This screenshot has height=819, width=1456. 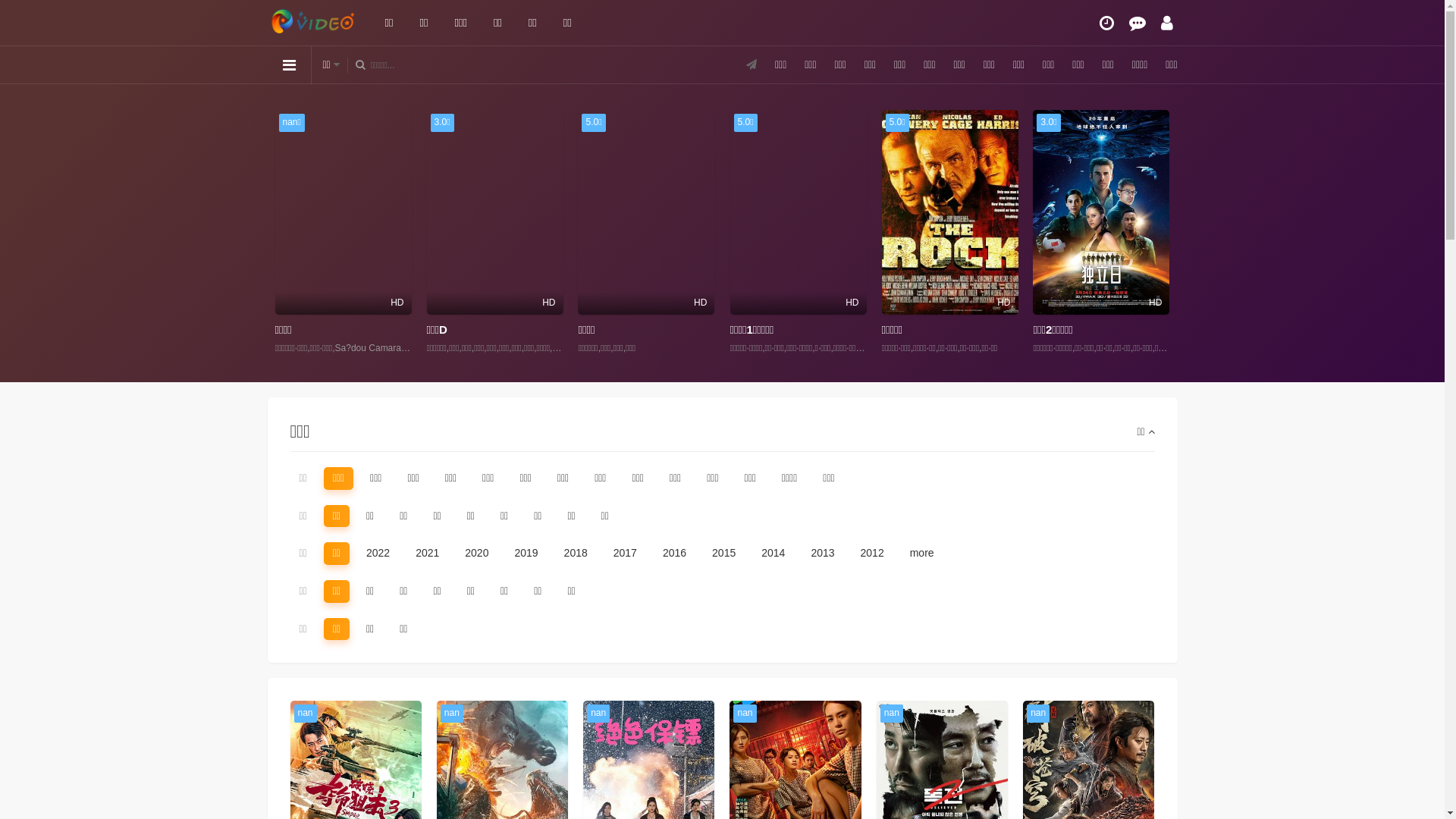 What do you see at coordinates (773, 553) in the screenshot?
I see `'2014'` at bounding box center [773, 553].